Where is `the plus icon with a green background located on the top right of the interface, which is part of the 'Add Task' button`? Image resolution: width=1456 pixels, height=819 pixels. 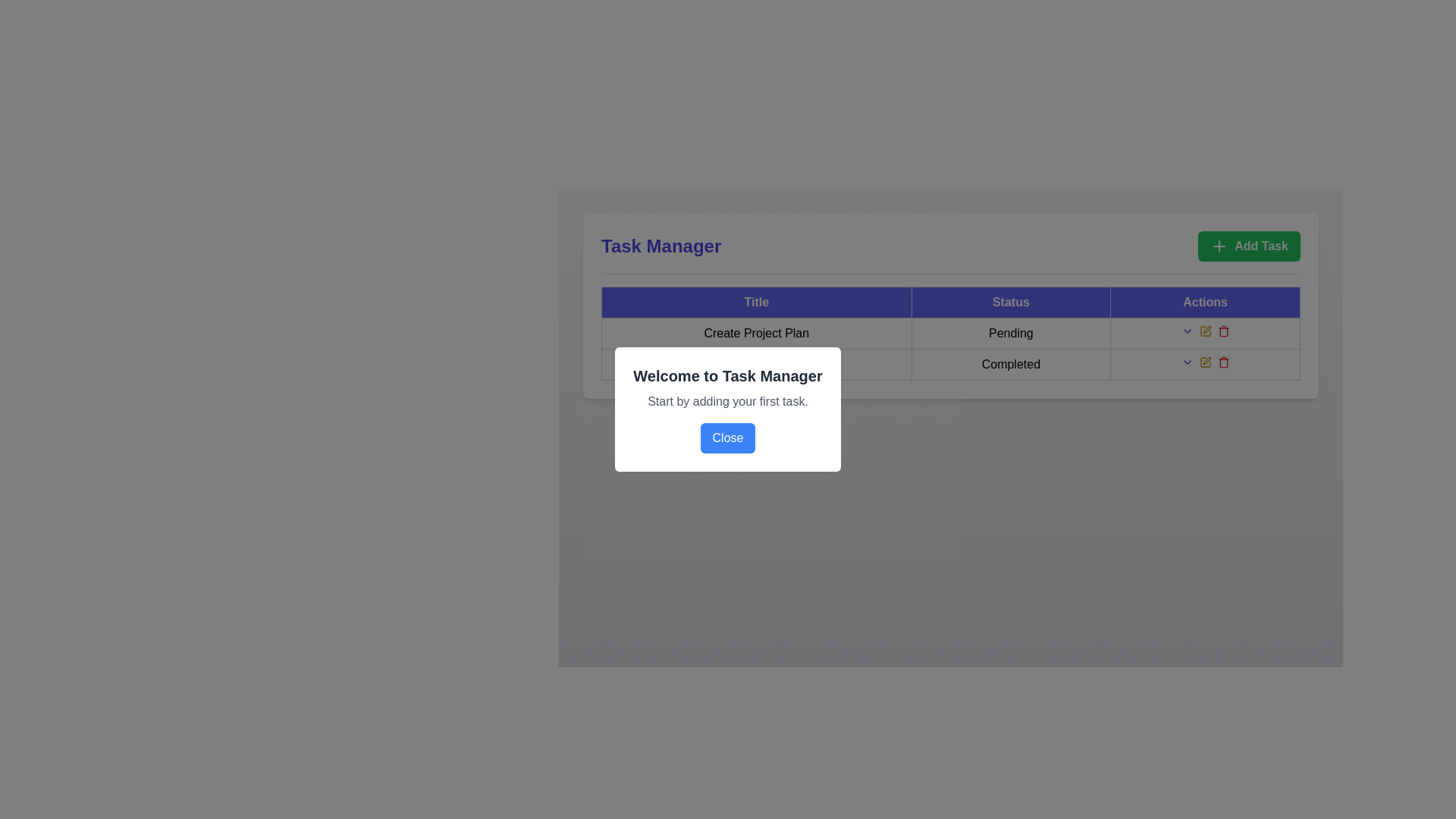 the plus icon with a green background located on the top right of the interface, which is part of the 'Add Task' button is located at coordinates (1219, 245).